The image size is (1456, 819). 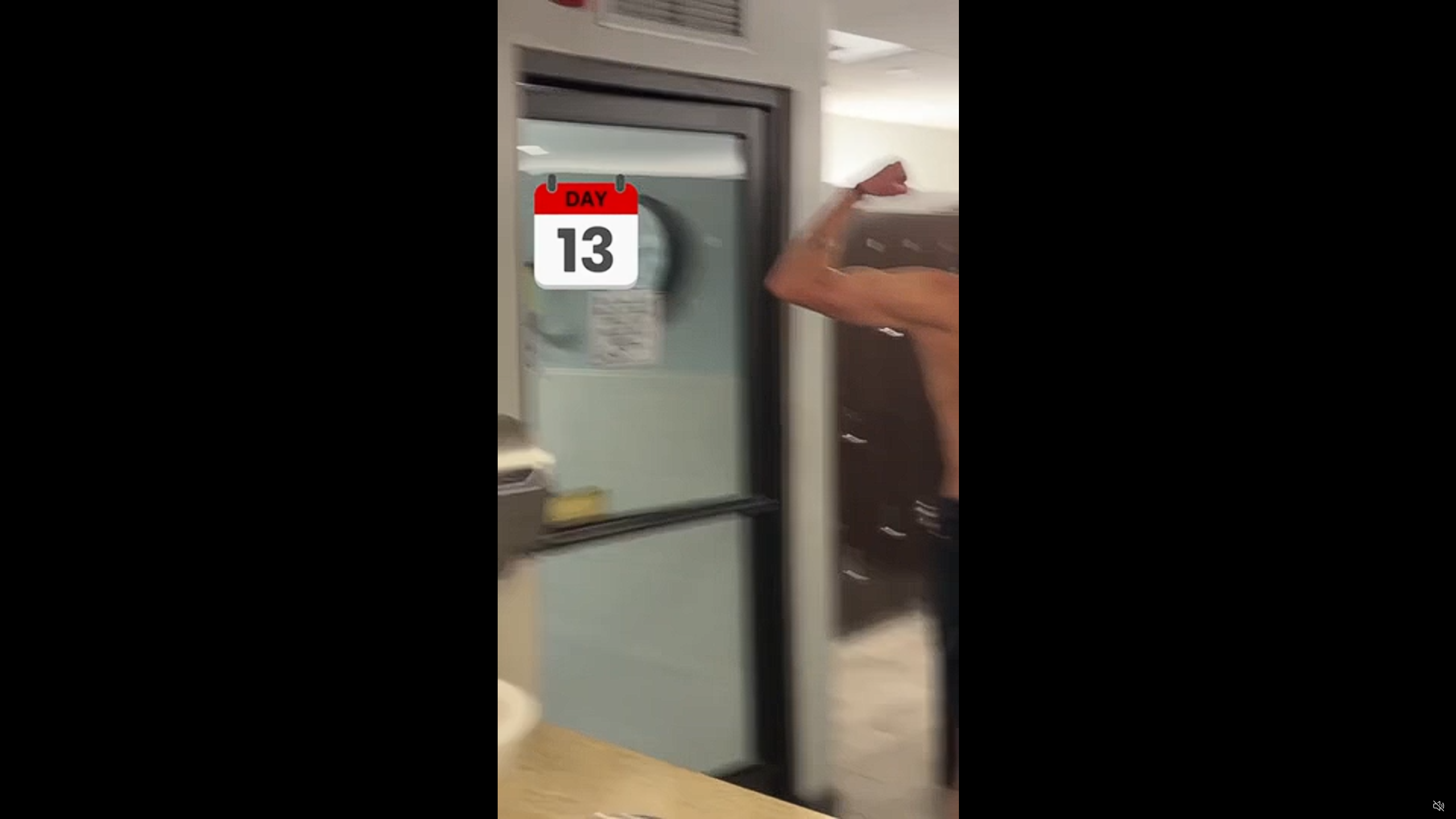 What do you see at coordinates (1371, 806) in the screenshot?
I see `'Quality Settings'` at bounding box center [1371, 806].